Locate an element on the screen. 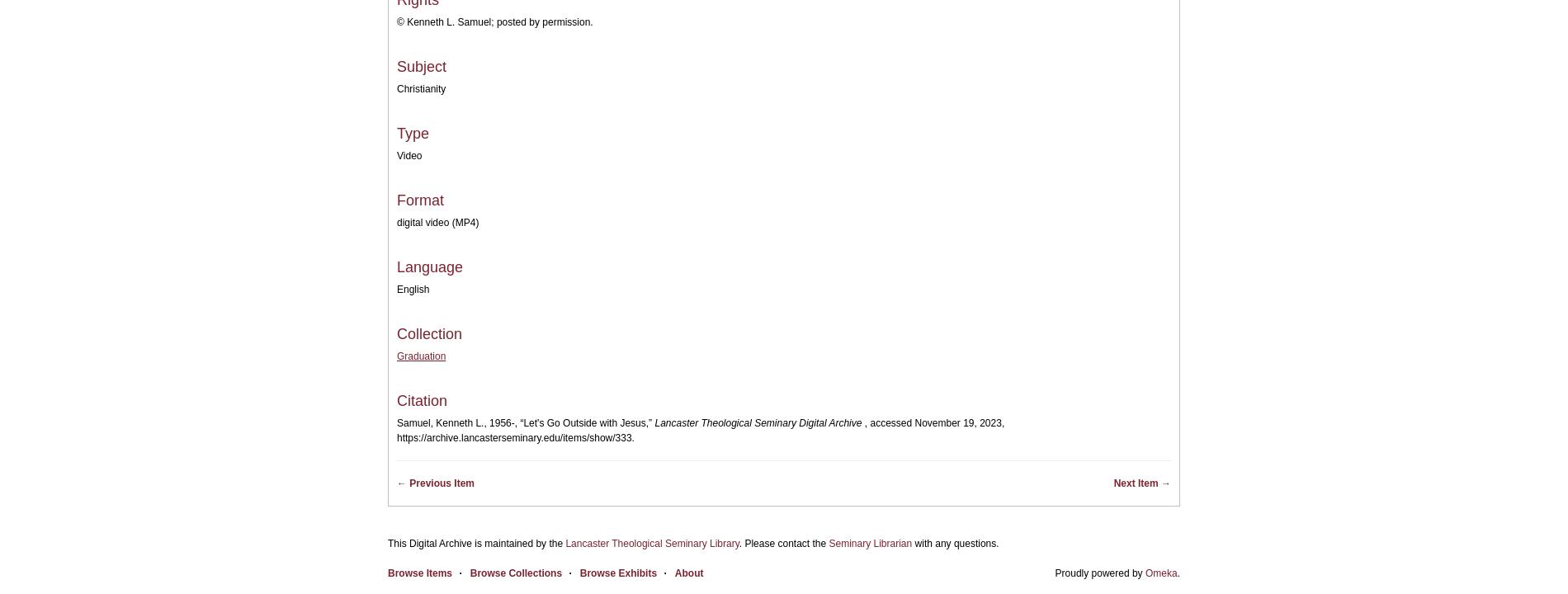 The image size is (1568, 594). 'This Digital Archive is maintained by the' is located at coordinates (476, 544).